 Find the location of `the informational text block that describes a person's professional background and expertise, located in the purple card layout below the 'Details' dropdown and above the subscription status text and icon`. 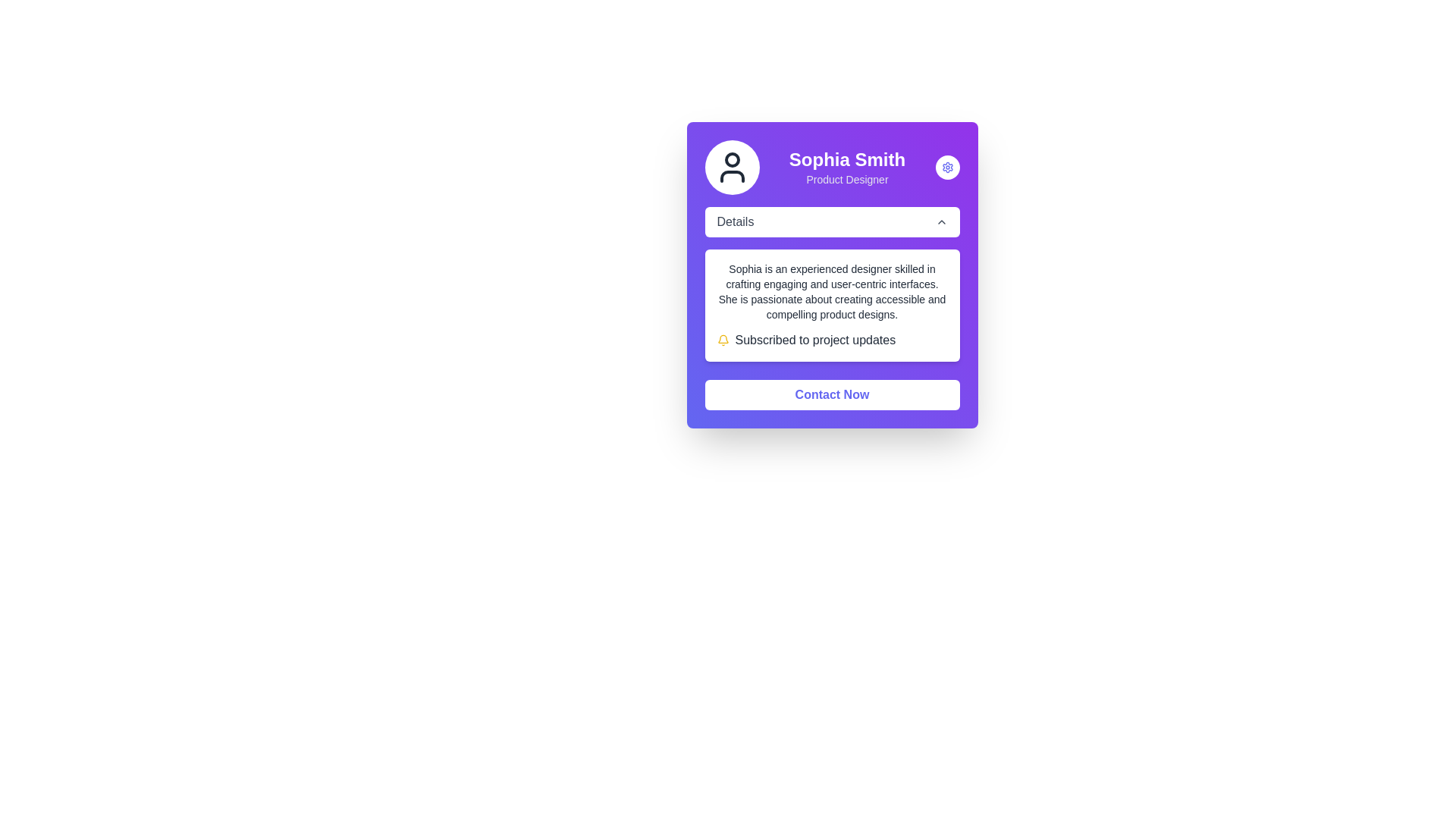

the informational text block that describes a person's professional background and expertise, located in the purple card layout below the 'Details' dropdown and above the subscription status text and icon is located at coordinates (831, 292).